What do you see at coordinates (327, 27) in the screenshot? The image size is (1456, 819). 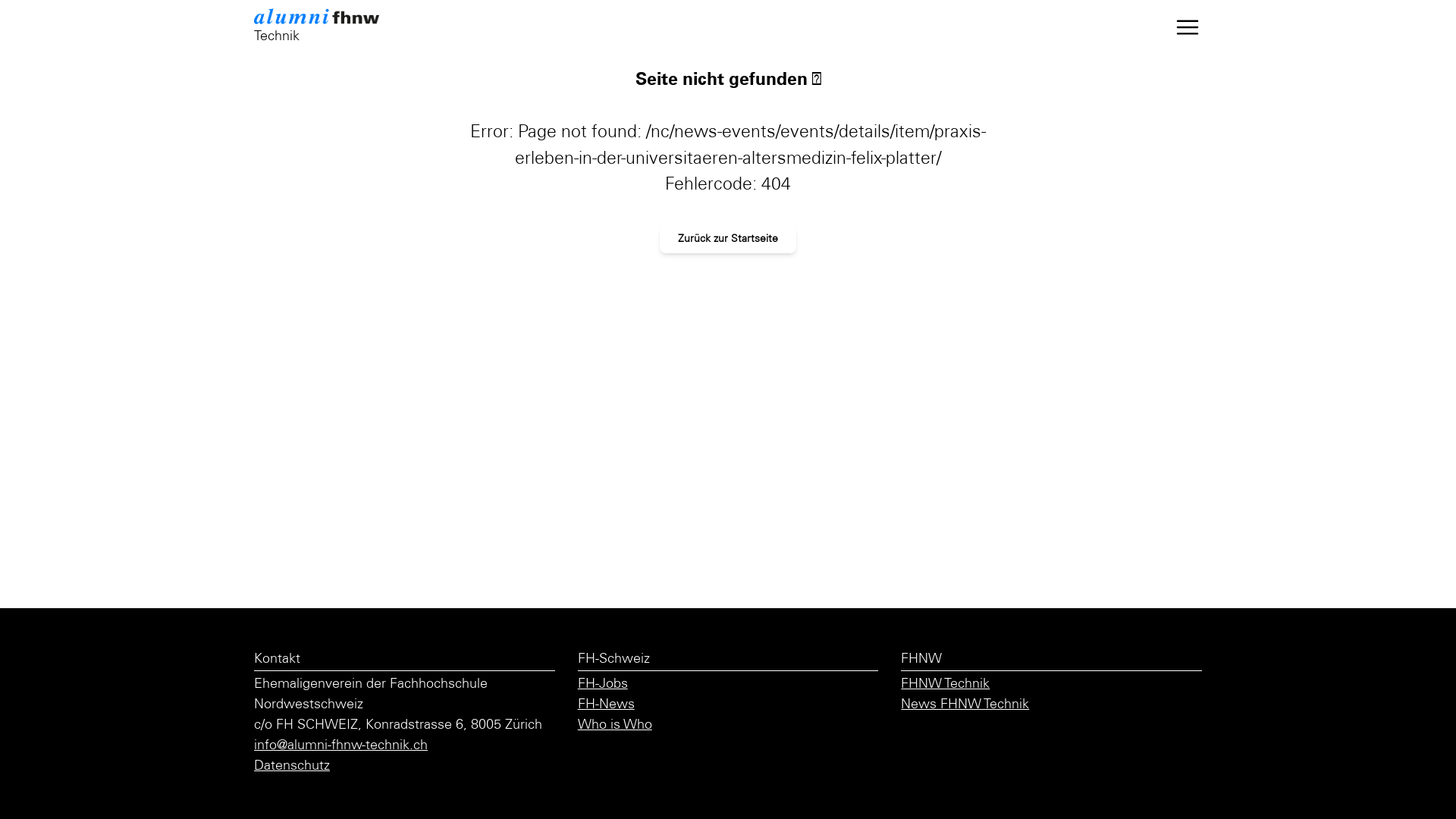 I see `'Technik'` at bounding box center [327, 27].